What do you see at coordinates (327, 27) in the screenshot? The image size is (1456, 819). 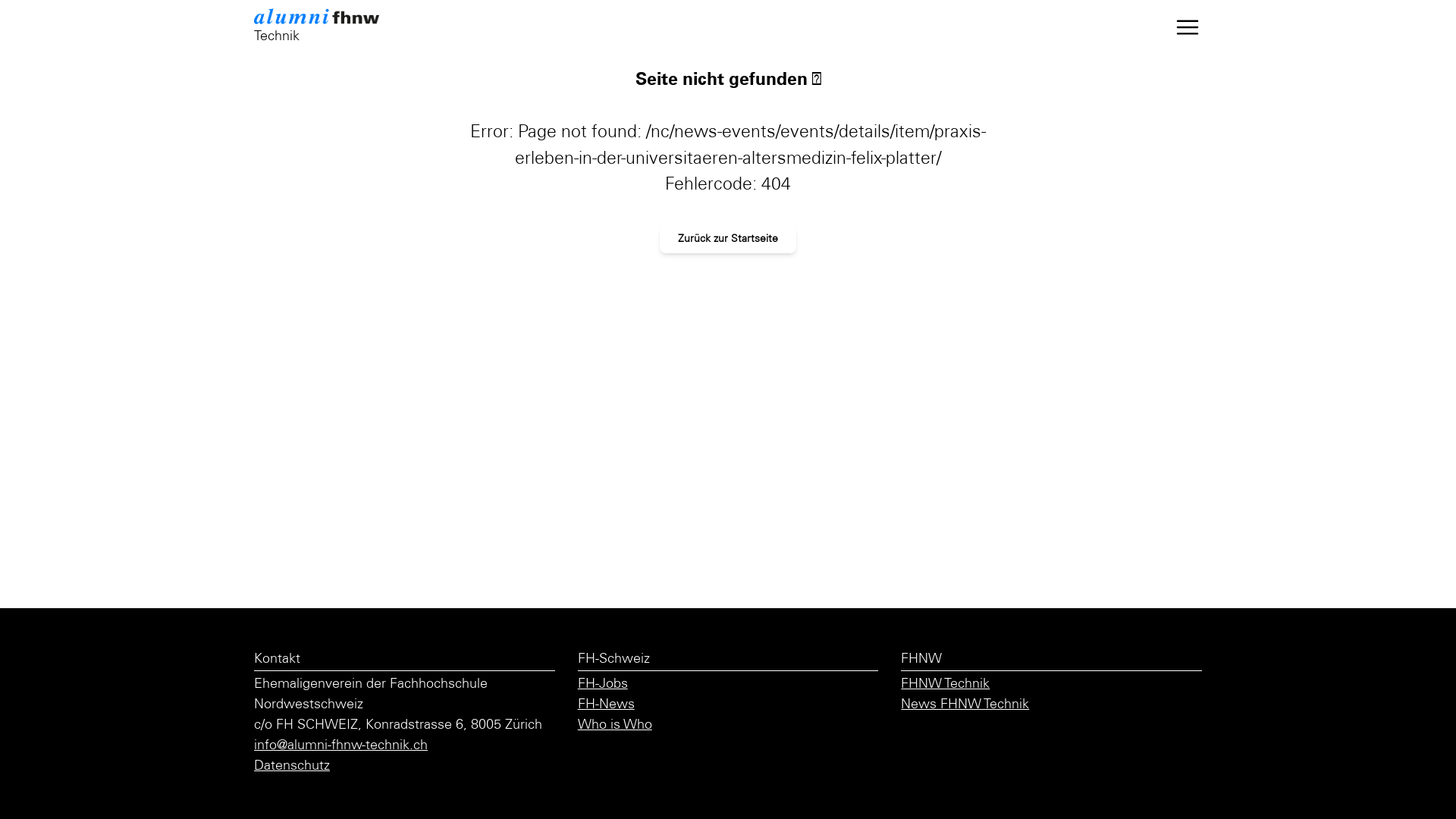 I see `'Technik'` at bounding box center [327, 27].